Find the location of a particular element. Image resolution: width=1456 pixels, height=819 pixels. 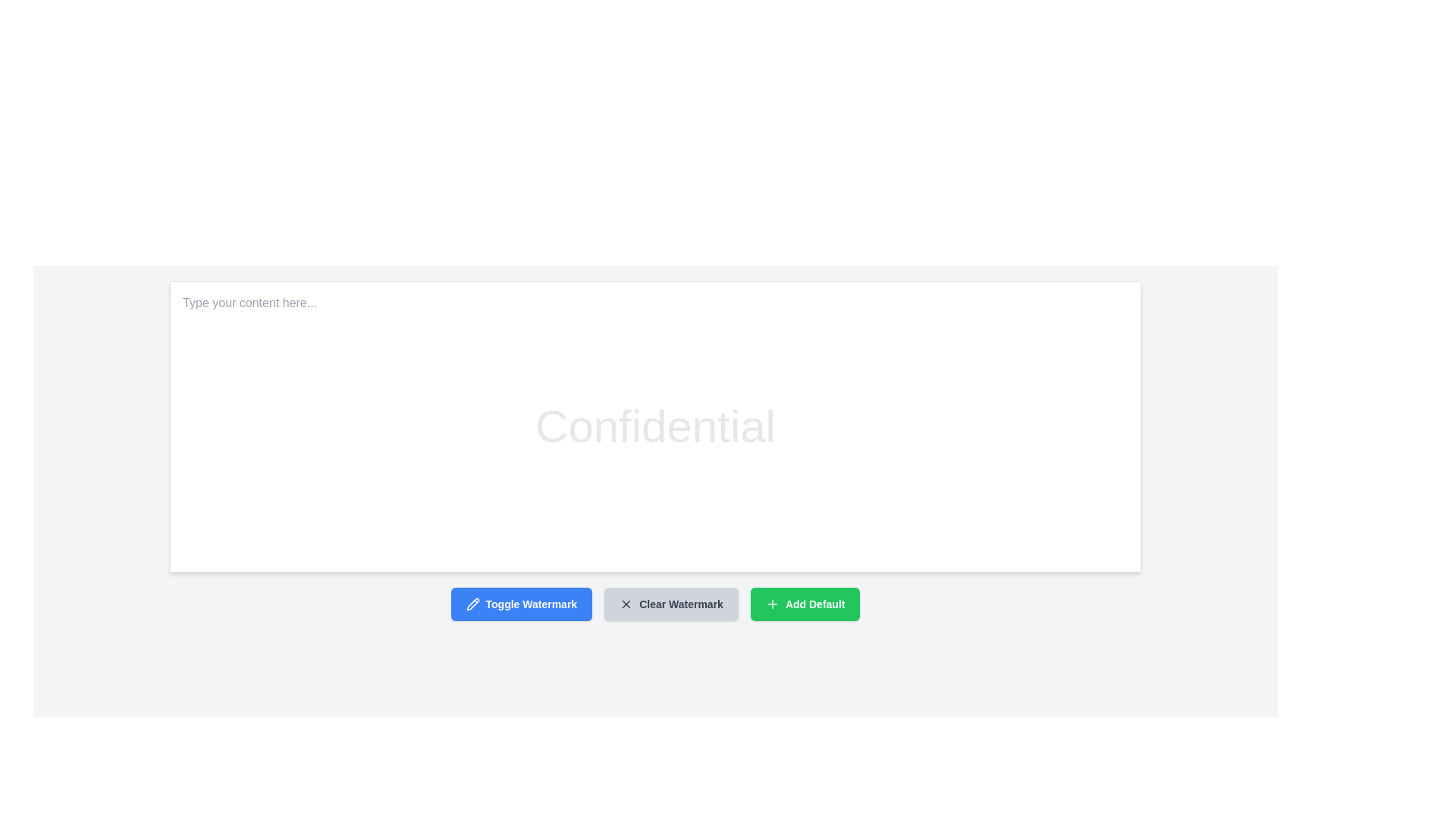

the 'Toggle Watermark' button in the Button Group located at the bottom of the content block is located at coordinates (655, 604).